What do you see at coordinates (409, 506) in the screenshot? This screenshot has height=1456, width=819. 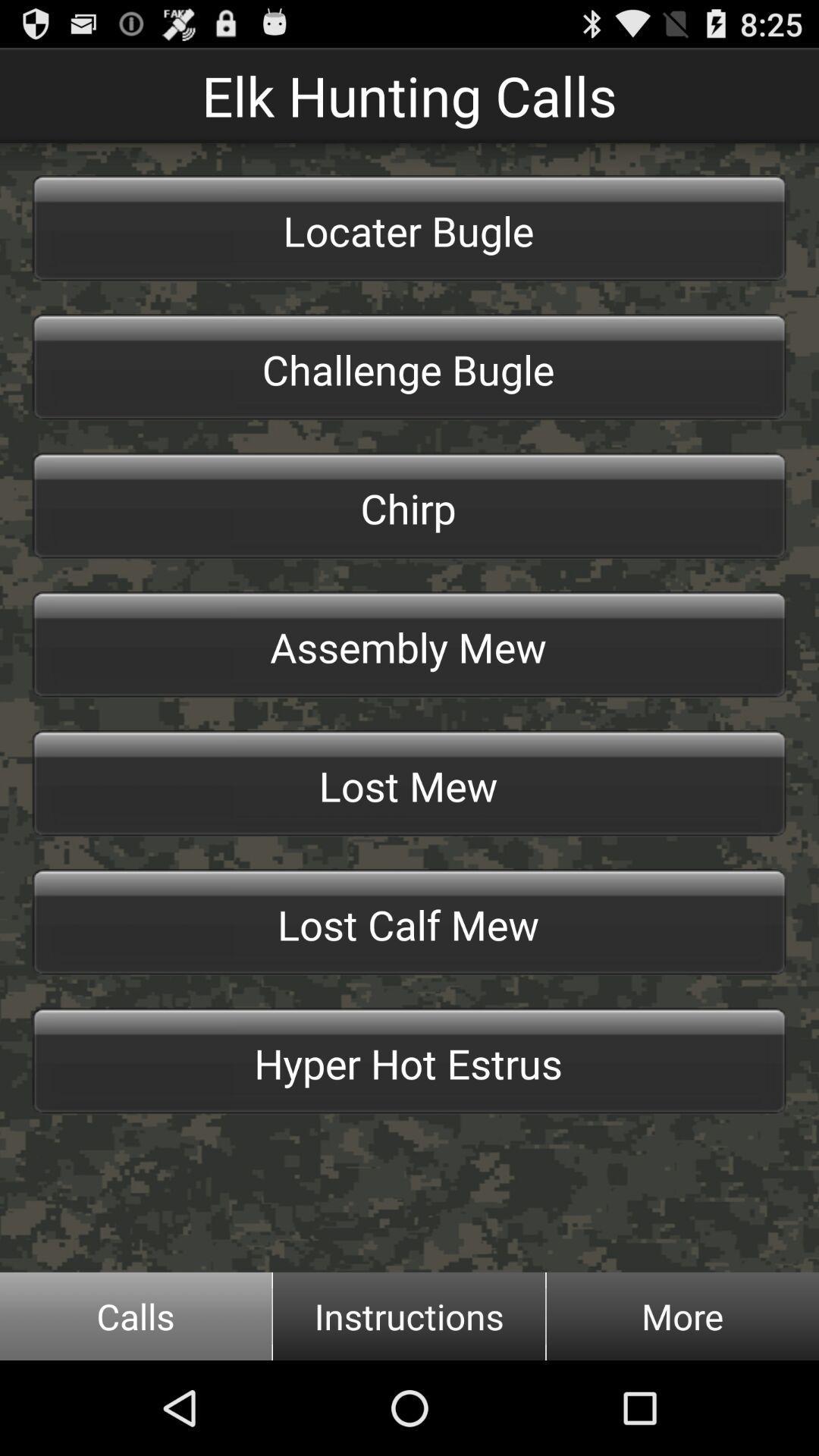 I see `chirp button` at bounding box center [409, 506].